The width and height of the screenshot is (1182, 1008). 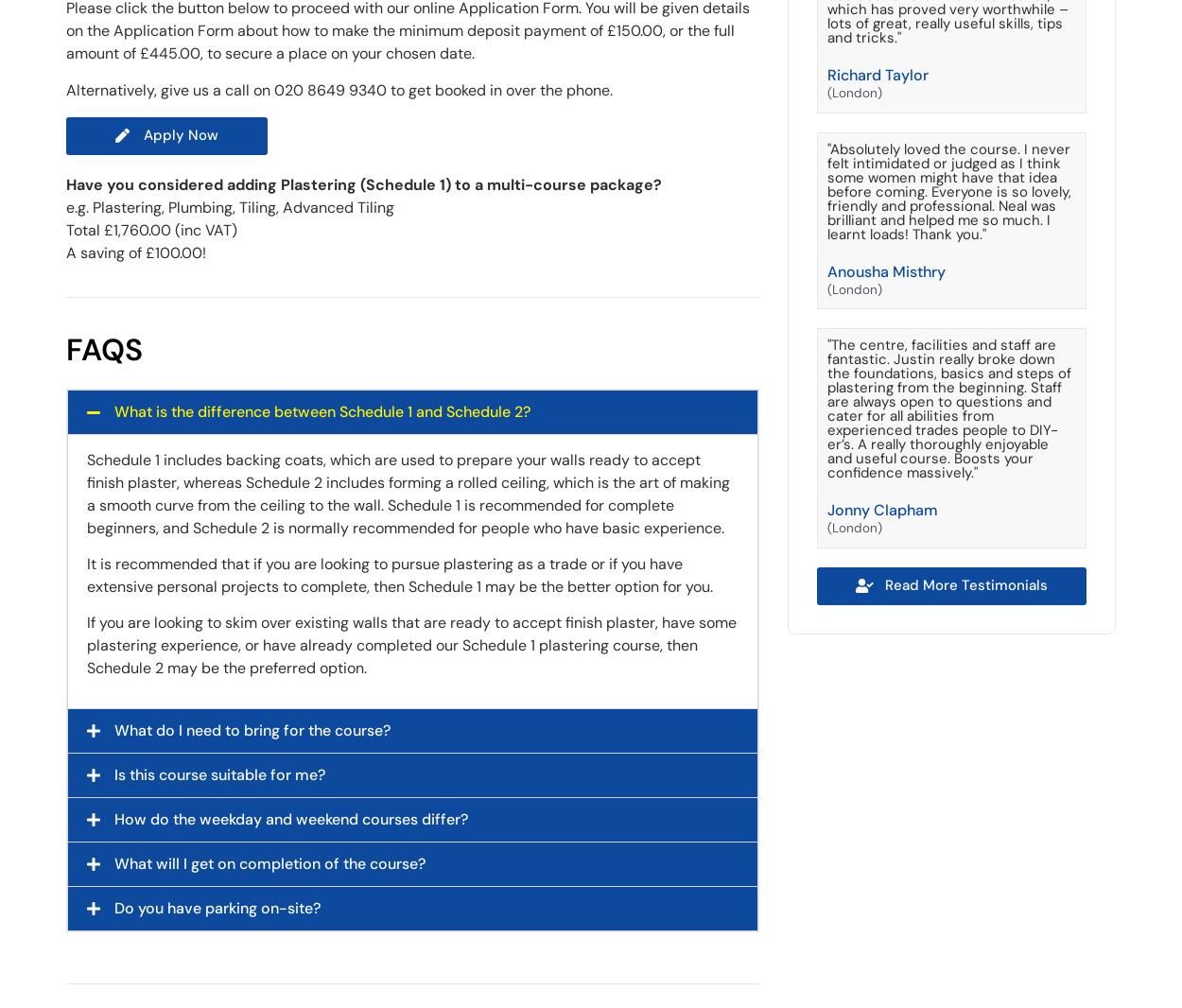 I want to click on 'Read More Testimonials', so click(x=885, y=582).